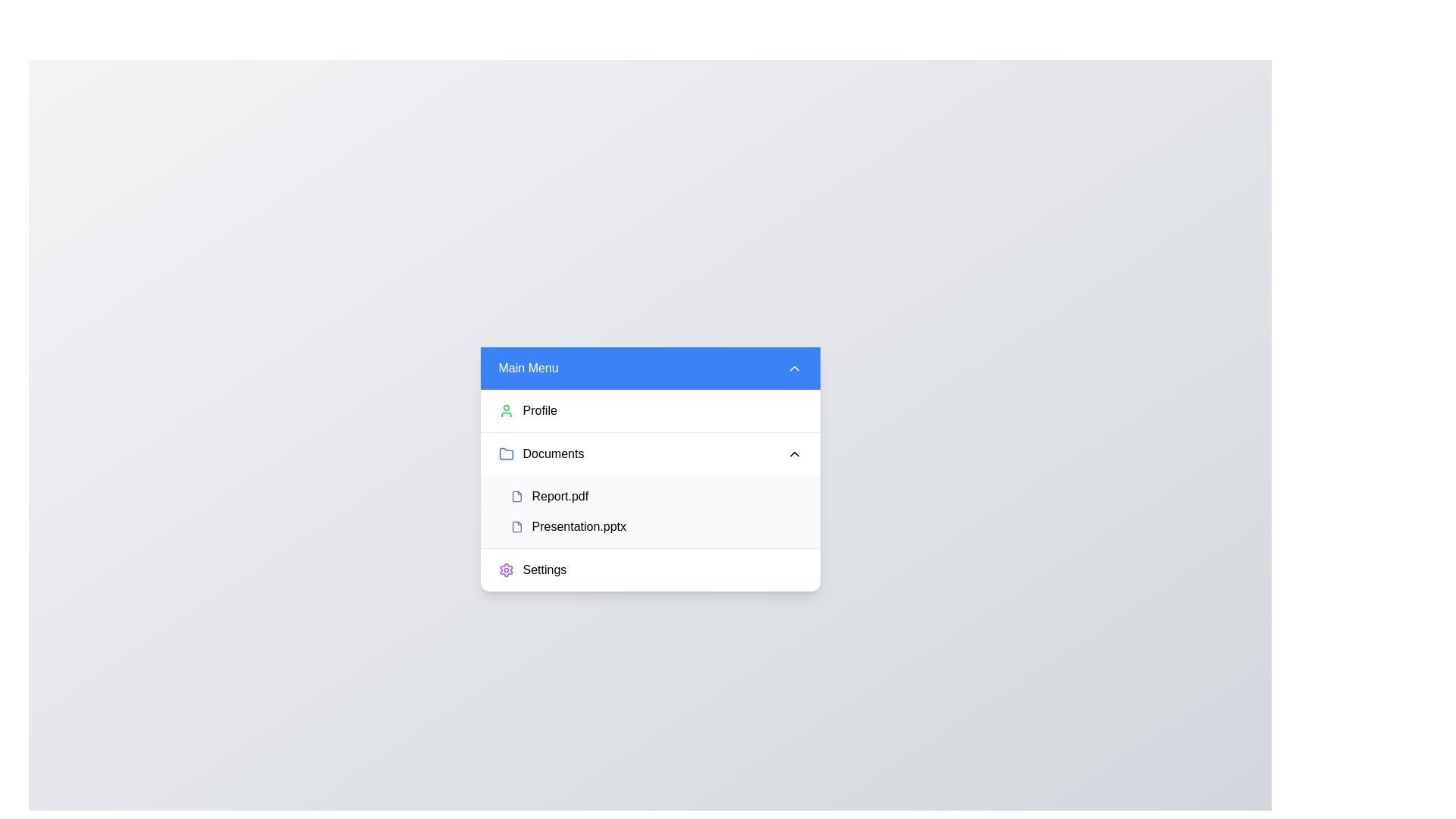 The image size is (1456, 819). What do you see at coordinates (793, 369) in the screenshot?
I see `the chevron icon located at the top-right corner of the blue header bar labeled 'Main Menu'` at bounding box center [793, 369].